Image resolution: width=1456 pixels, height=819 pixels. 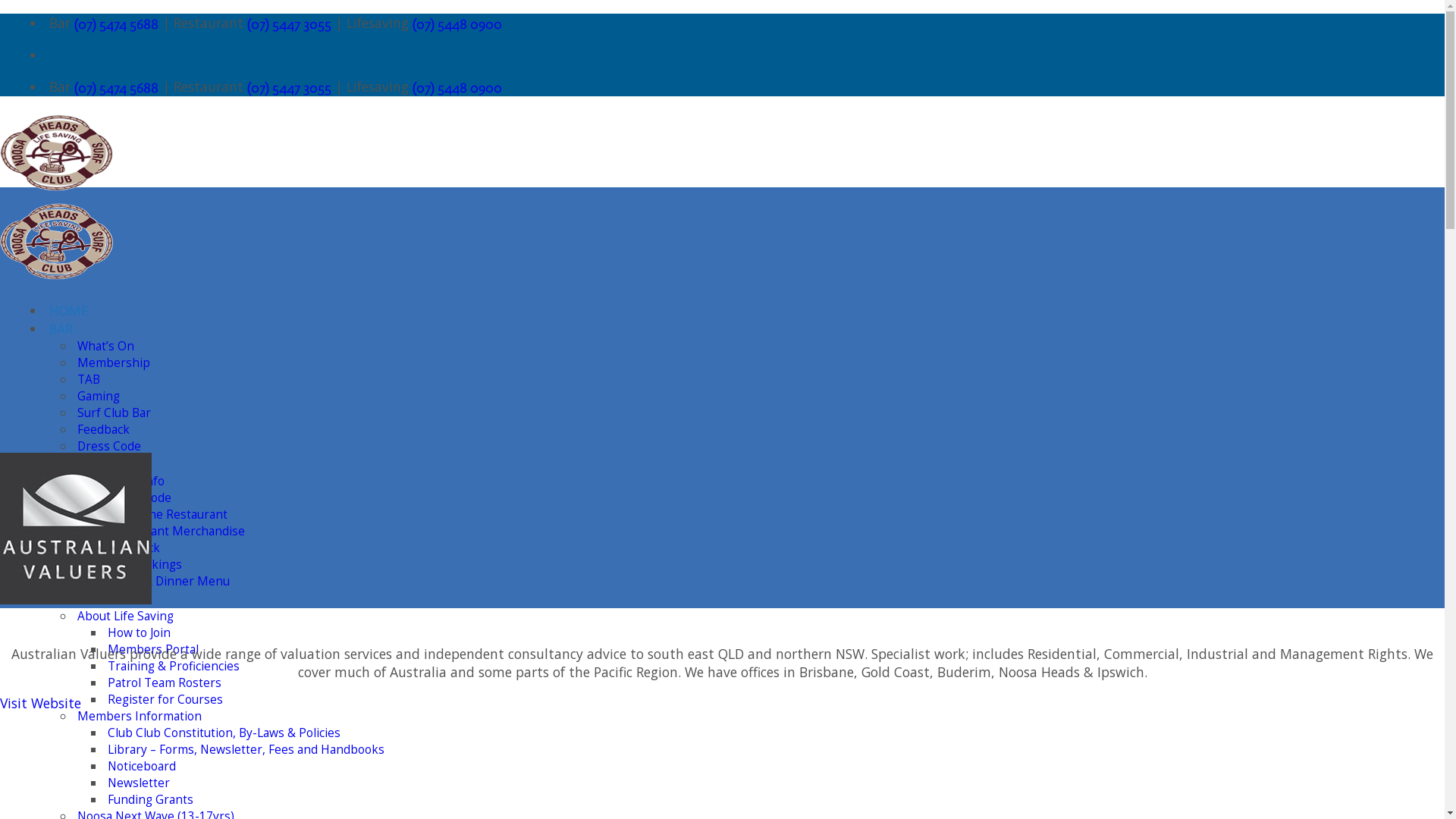 What do you see at coordinates (120, 480) in the screenshot?
I see `'Restaurant Info'` at bounding box center [120, 480].